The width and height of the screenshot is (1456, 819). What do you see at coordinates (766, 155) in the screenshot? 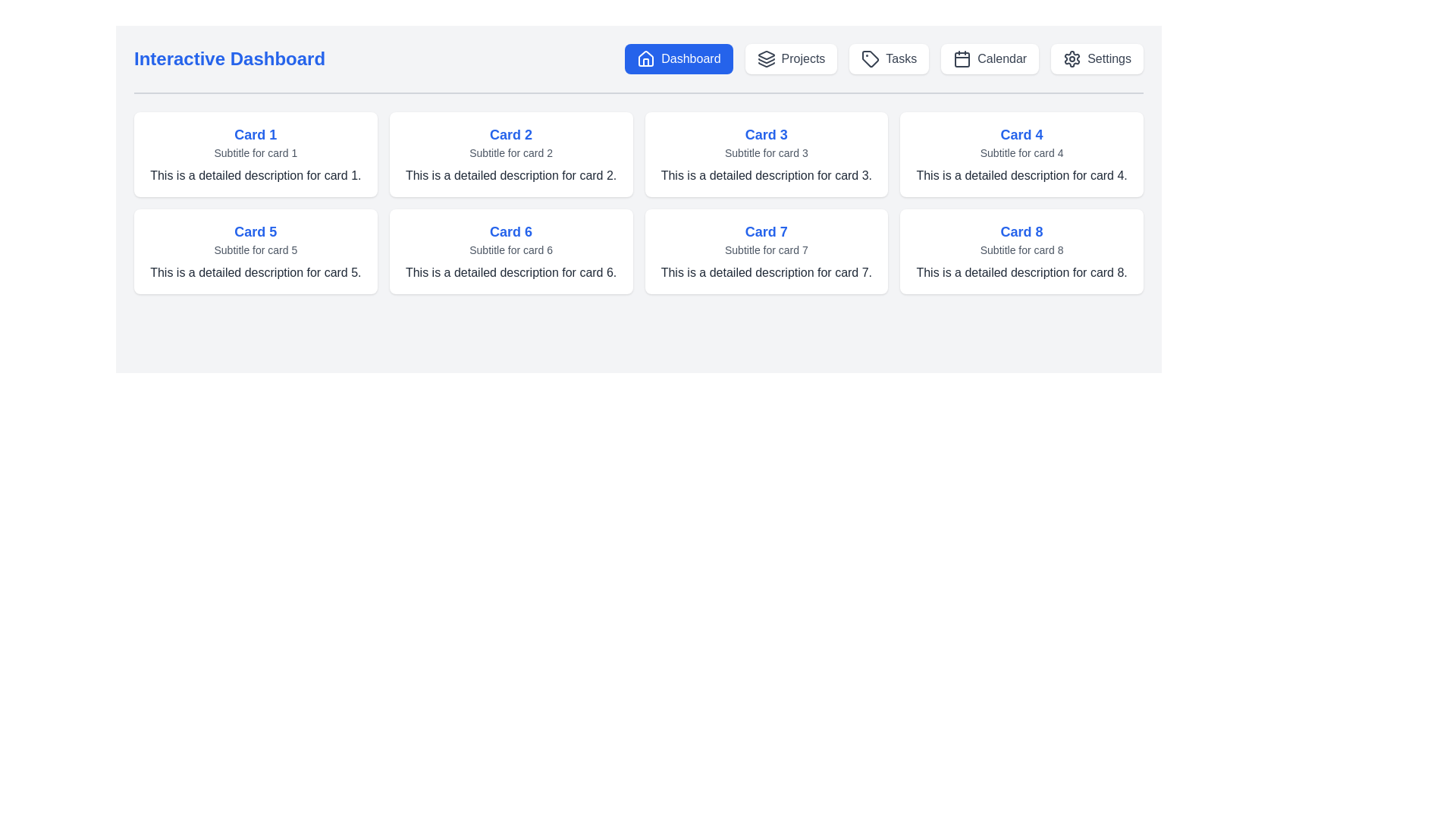
I see `the Card component located in the first row and third column of the grid, positioned between 'Card 2' and 'Card 4'` at bounding box center [766, 155].